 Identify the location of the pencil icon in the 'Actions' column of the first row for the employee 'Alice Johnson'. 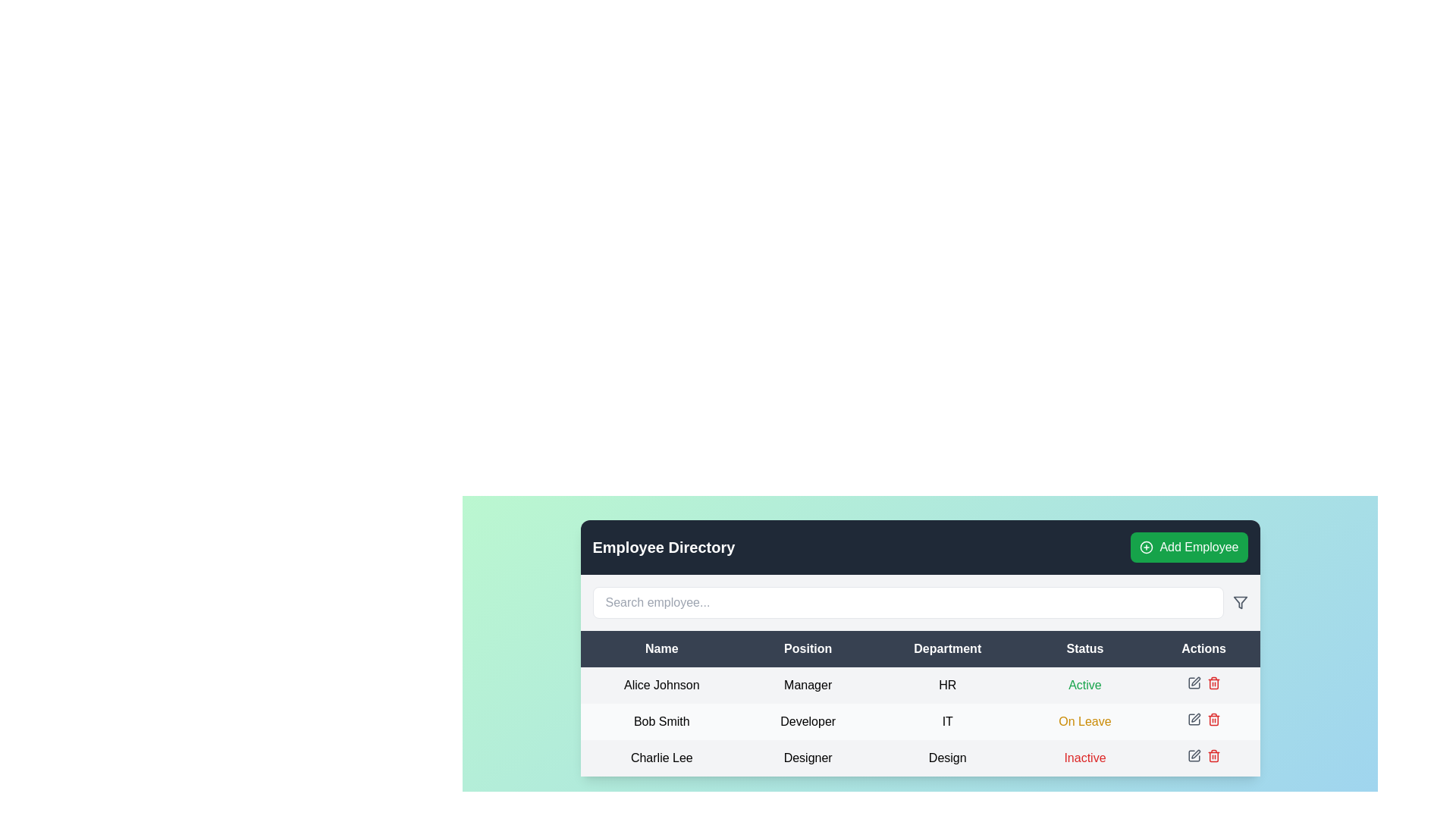
(1203, 683).